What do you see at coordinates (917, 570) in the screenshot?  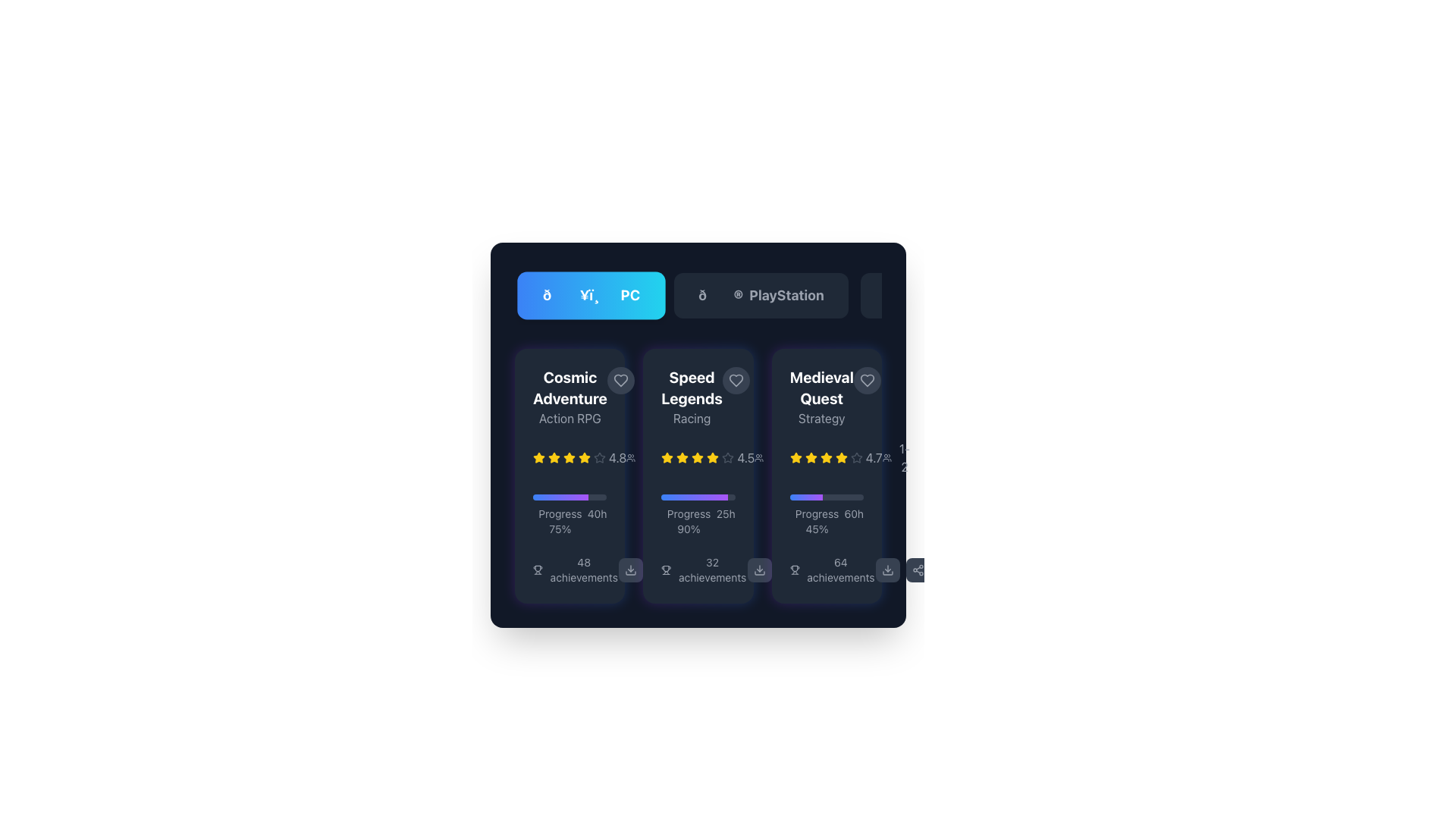 I see `the share icon, which is a graphical depiction of a share action located centrally within a rounded rectangle button at the lower-right corner of the interface, to initiate a share action` at bounding box center [917, 570].